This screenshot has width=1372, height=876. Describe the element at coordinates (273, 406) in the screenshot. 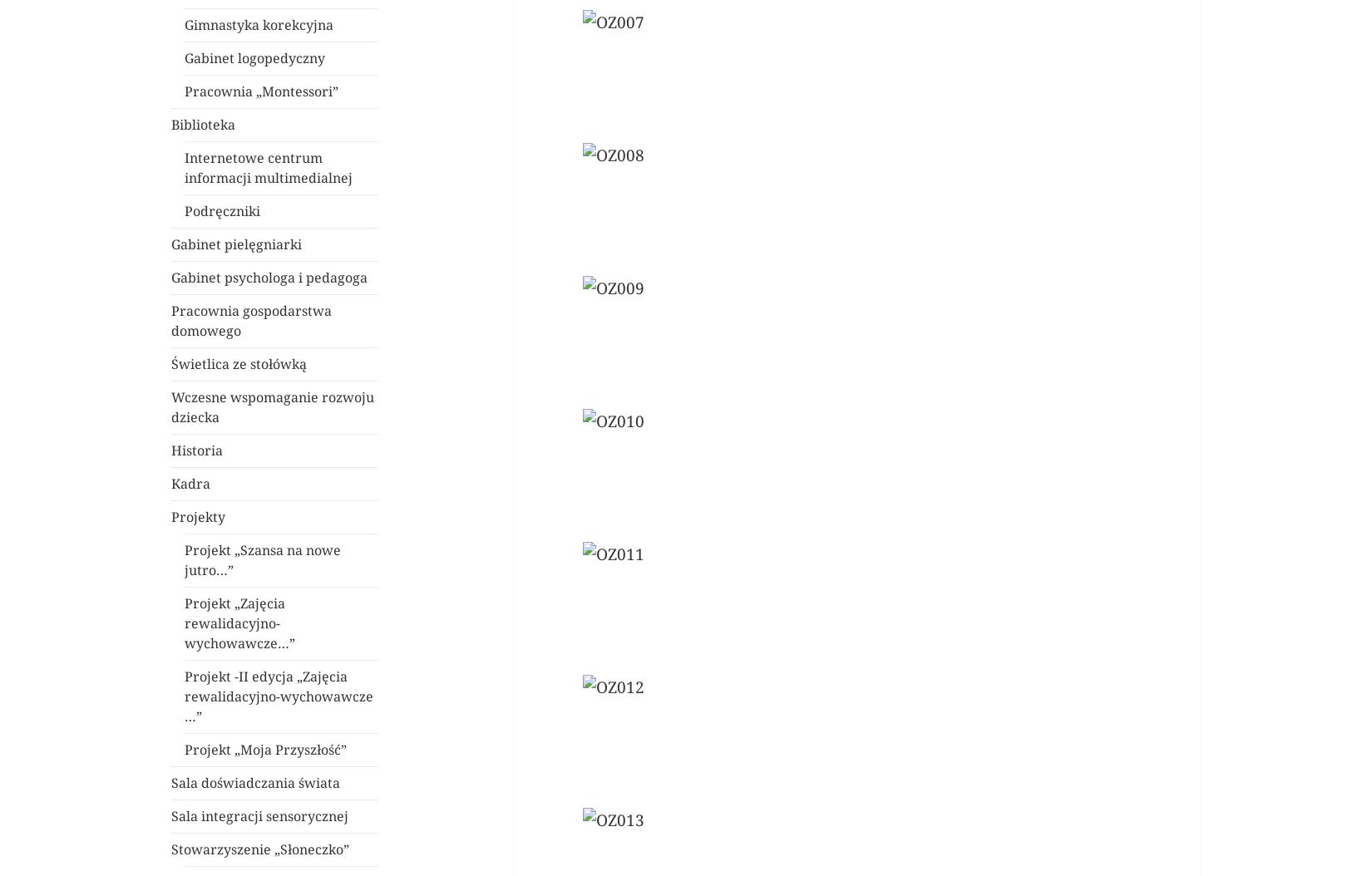

I see `'Wczesne wspomaganie rozwoju dziecka'` at that location.